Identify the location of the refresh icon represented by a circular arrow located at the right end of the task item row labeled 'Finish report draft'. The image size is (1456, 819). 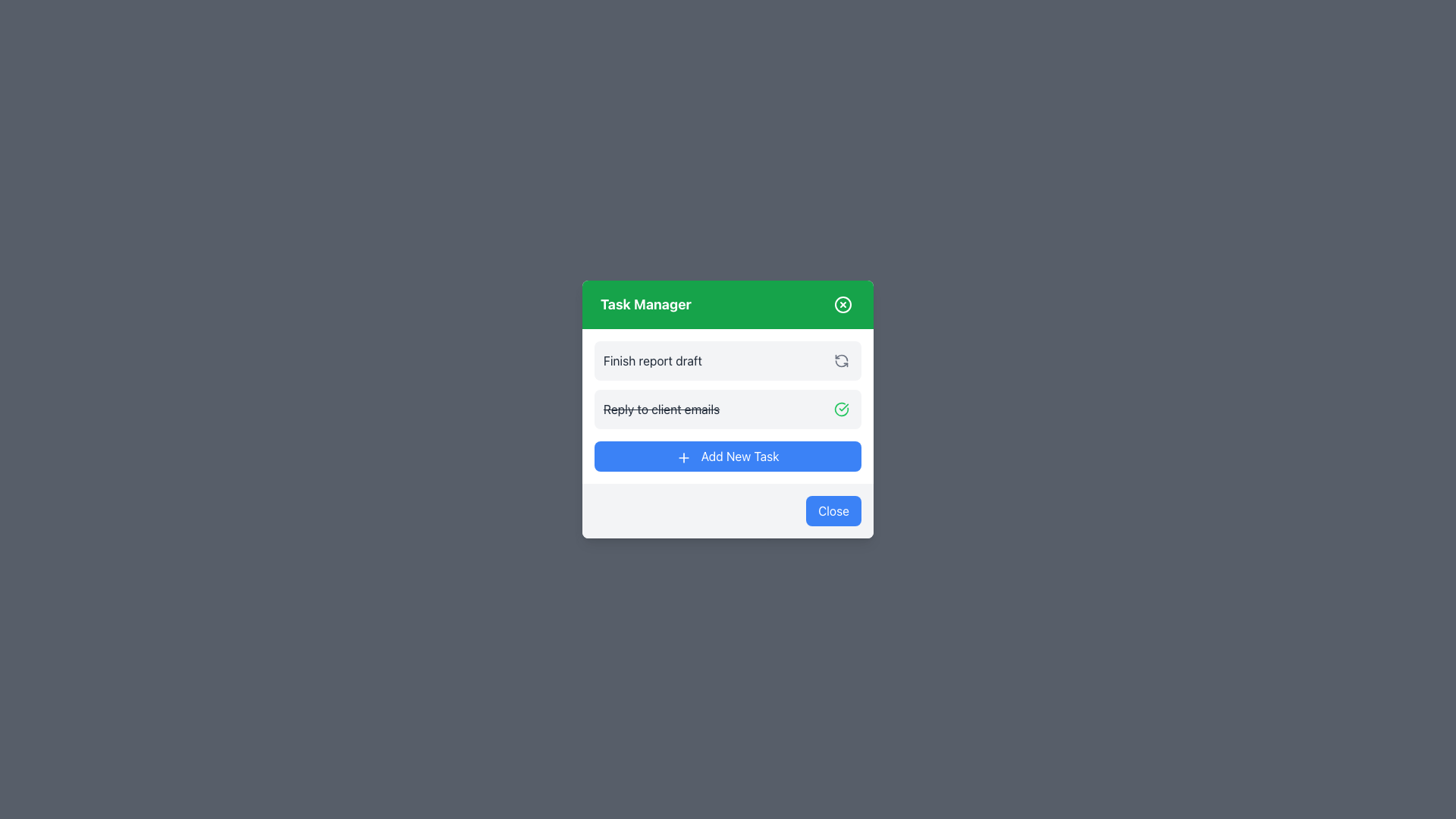
(840, 360).